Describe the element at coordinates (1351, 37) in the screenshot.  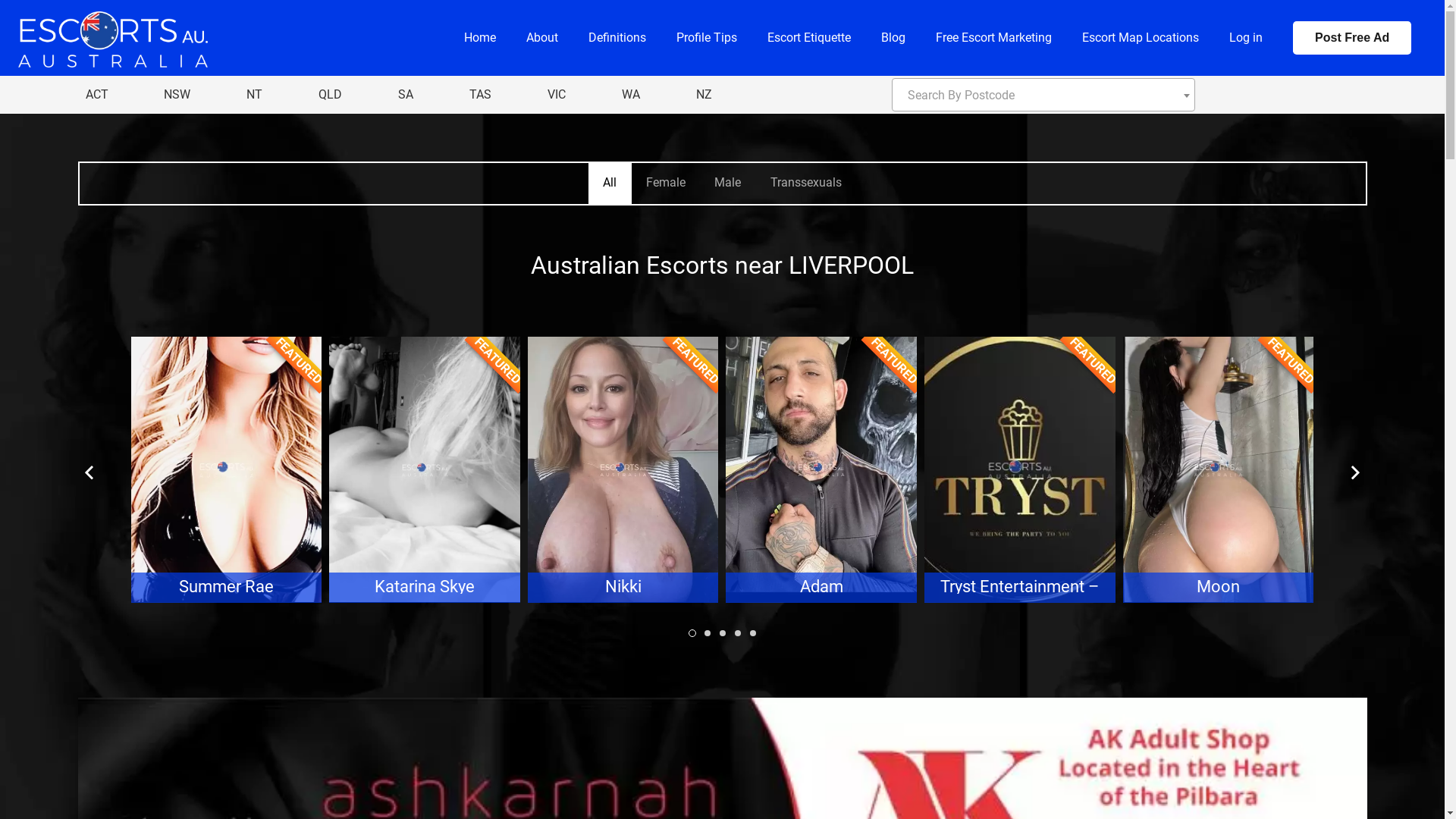
I see `'Post Free Ad'` at that location.